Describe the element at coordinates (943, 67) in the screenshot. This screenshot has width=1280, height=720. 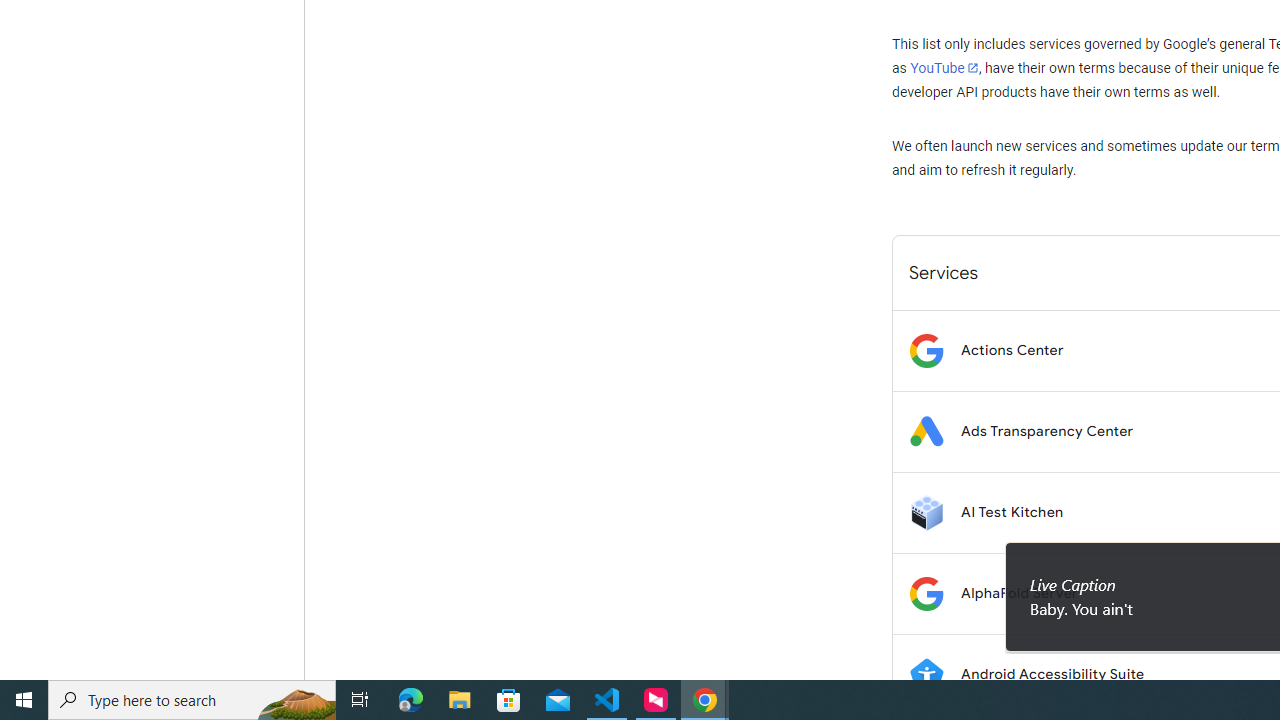
I see `'YouTube'` at that location.